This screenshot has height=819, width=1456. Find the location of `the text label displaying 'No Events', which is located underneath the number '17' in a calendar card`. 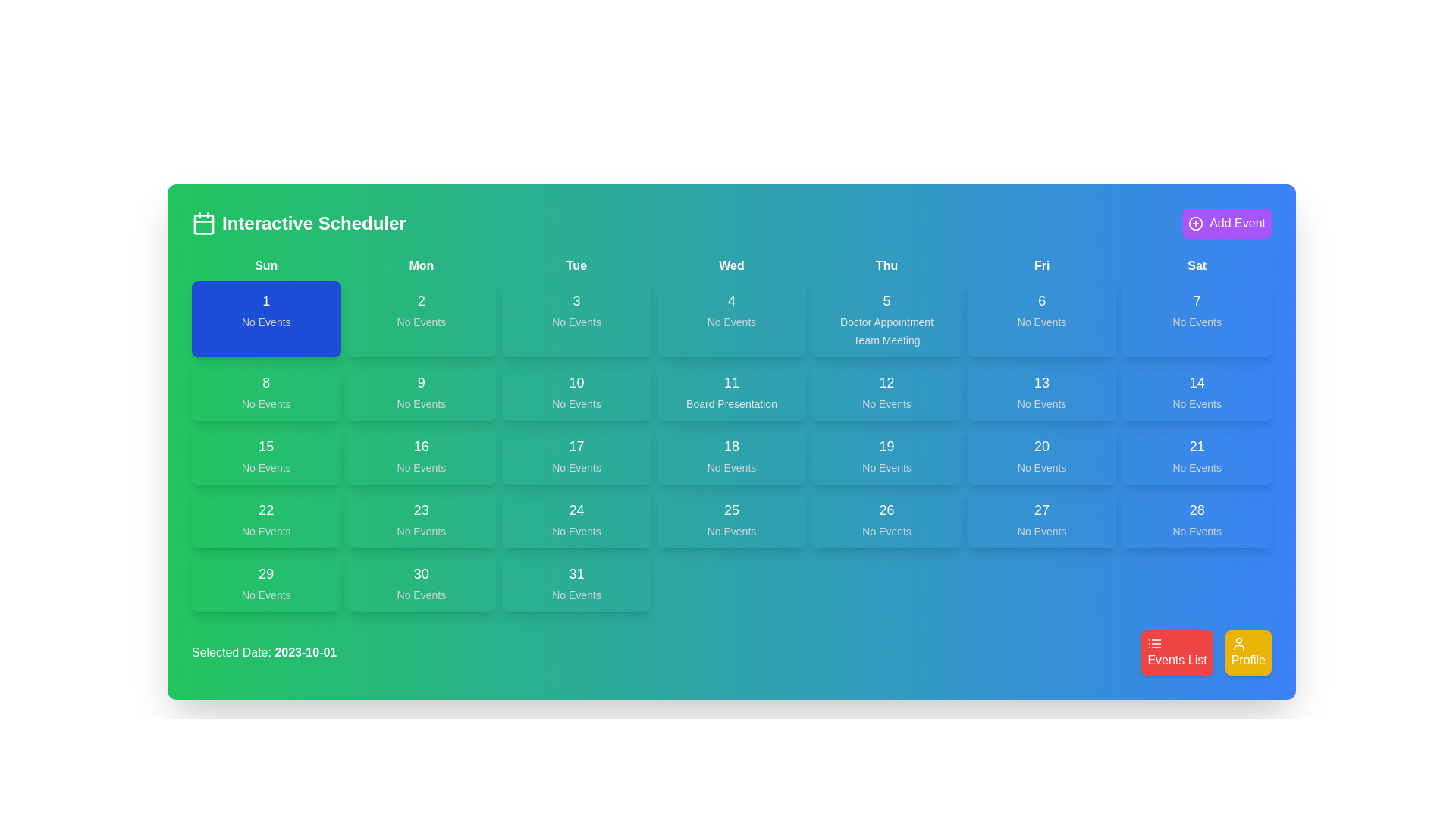

the text label displaying 'No Events', which is located underneath the number '17' in a calendar card is located at coordinates (576, 467).